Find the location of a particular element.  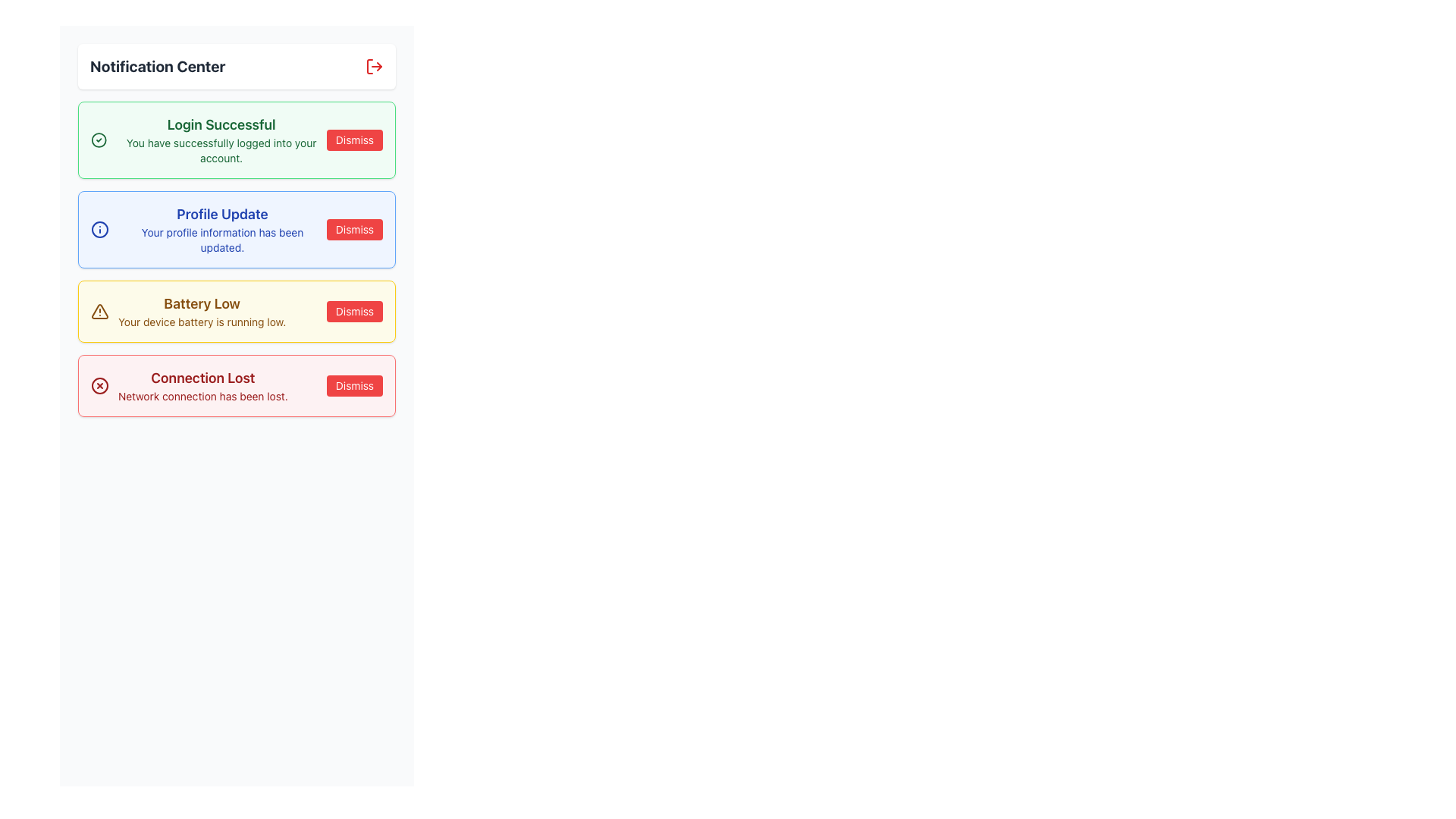

the text label that displays 'Battery Low' in the third notification card of the Notification Center, which is emphasized in dark brown color against a light yellow background is located at coordinates (201, 304).